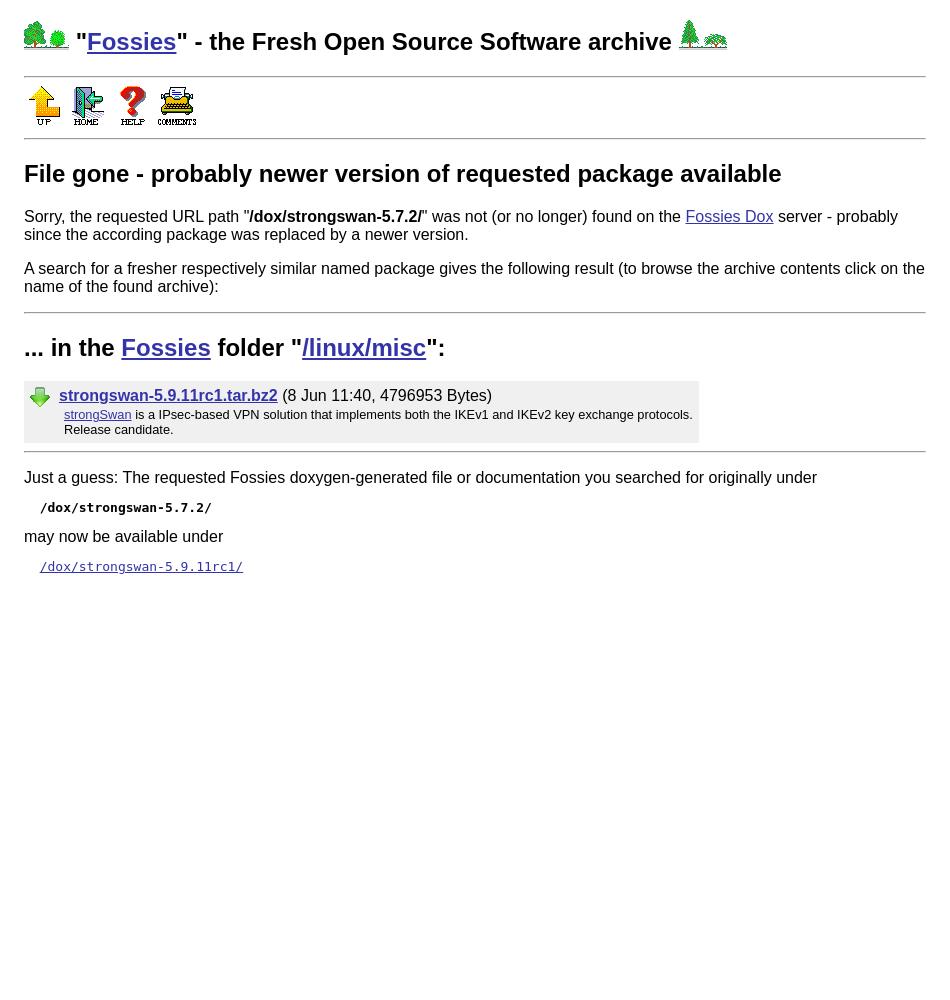  I want to click on '/linux/misc', so click(363, 345).